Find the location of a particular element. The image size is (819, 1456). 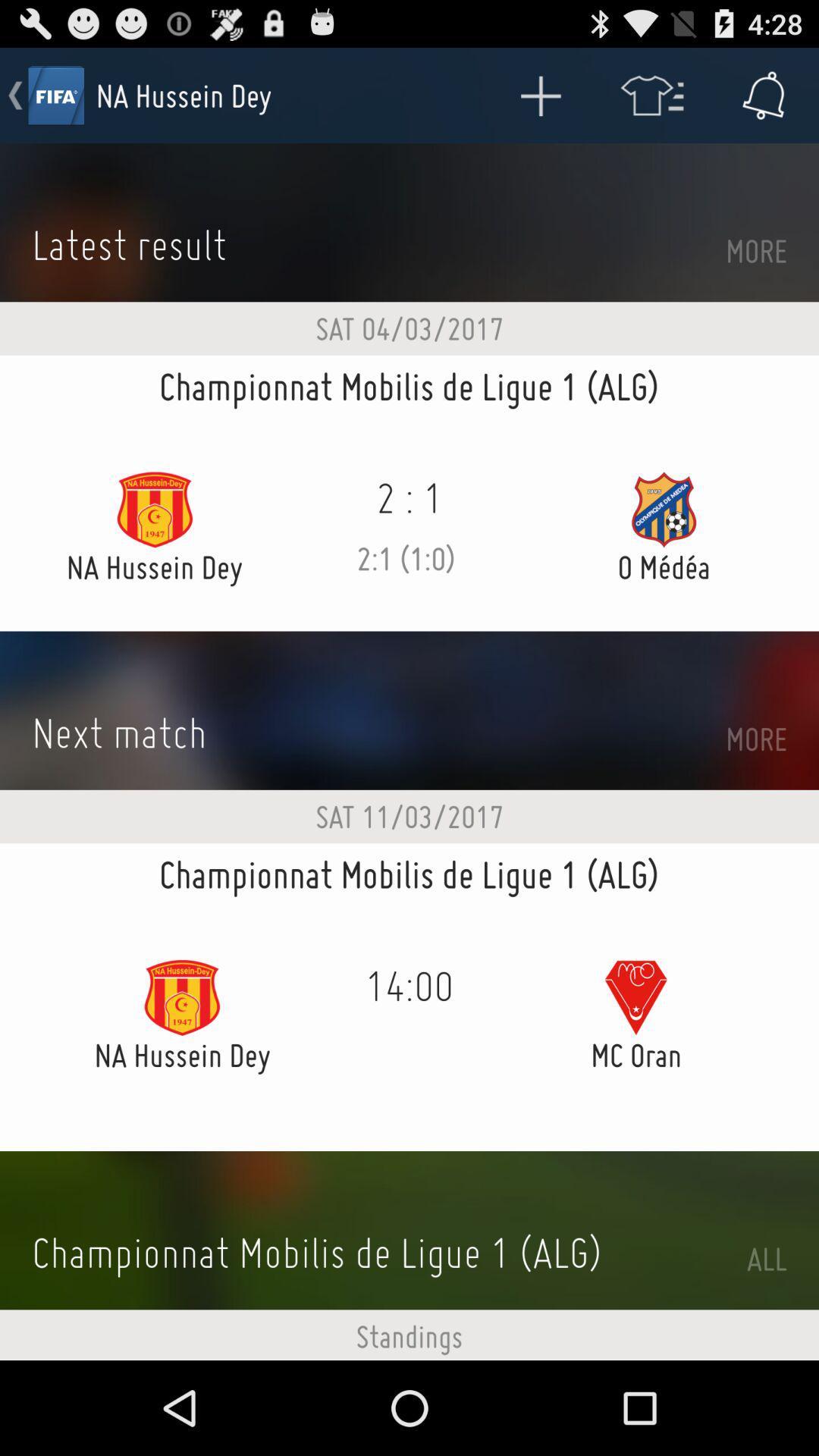

the item above the sat 04 03 is located at coordinates (539, 94).